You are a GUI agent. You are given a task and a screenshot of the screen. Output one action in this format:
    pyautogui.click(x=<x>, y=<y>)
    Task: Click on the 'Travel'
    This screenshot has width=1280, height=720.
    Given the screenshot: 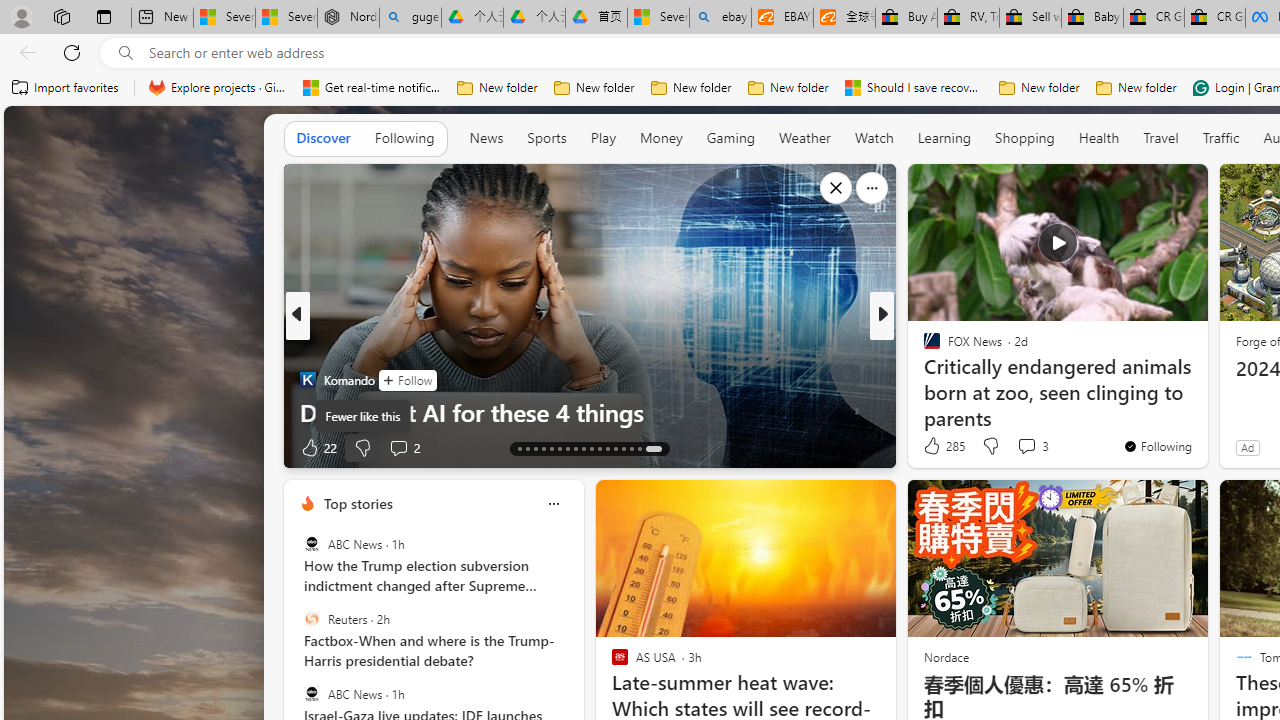 What is the action you would take?
    pyautogui.click(x=1160, y=137)
    